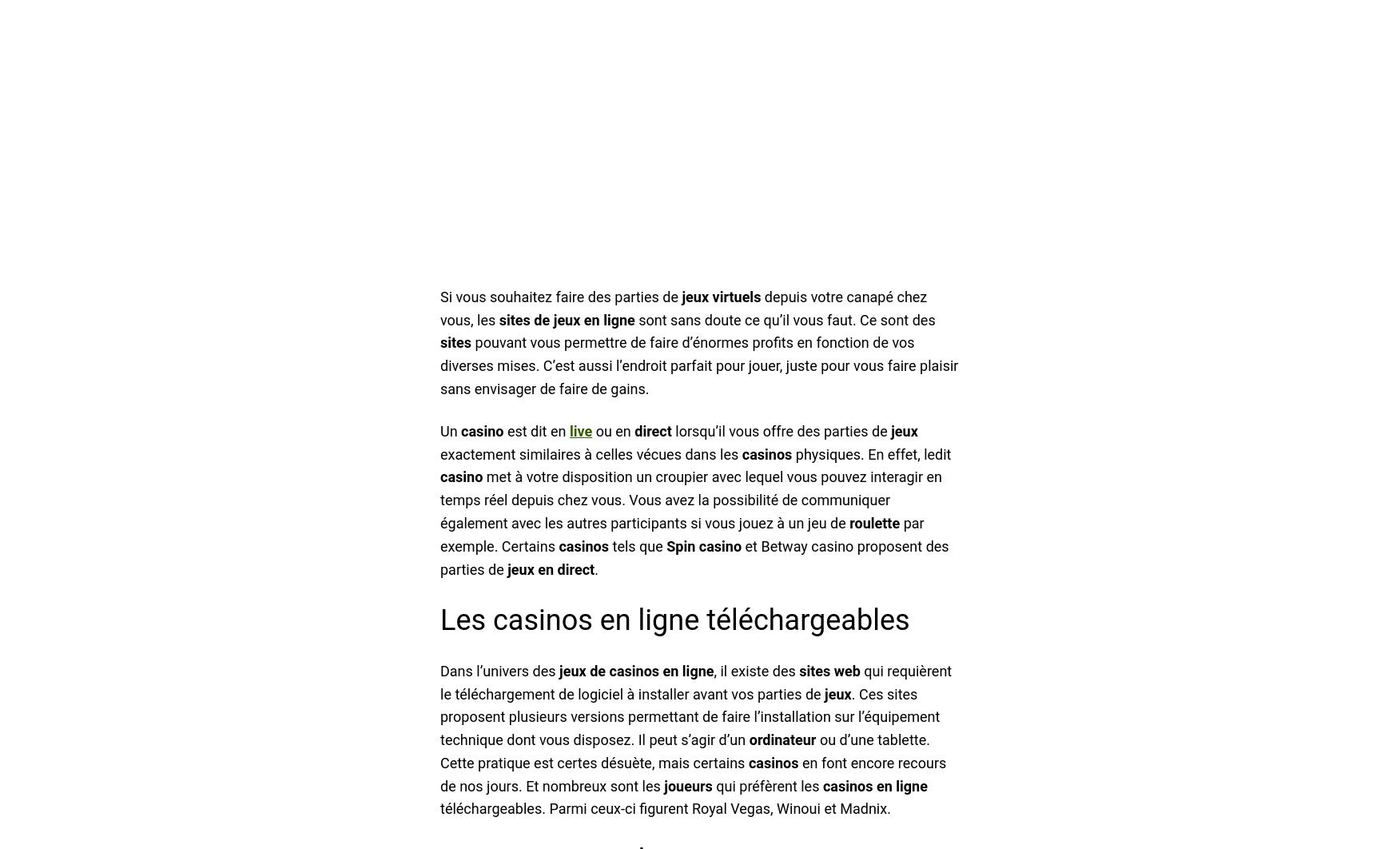 Image resolution: width=1400 pixels, height=849 pixels. What do you see at coordinates (670, 430) in the screenshot?
I see `'lorsqu’il vous offre des parties de'` at bounding box center [670, 430].